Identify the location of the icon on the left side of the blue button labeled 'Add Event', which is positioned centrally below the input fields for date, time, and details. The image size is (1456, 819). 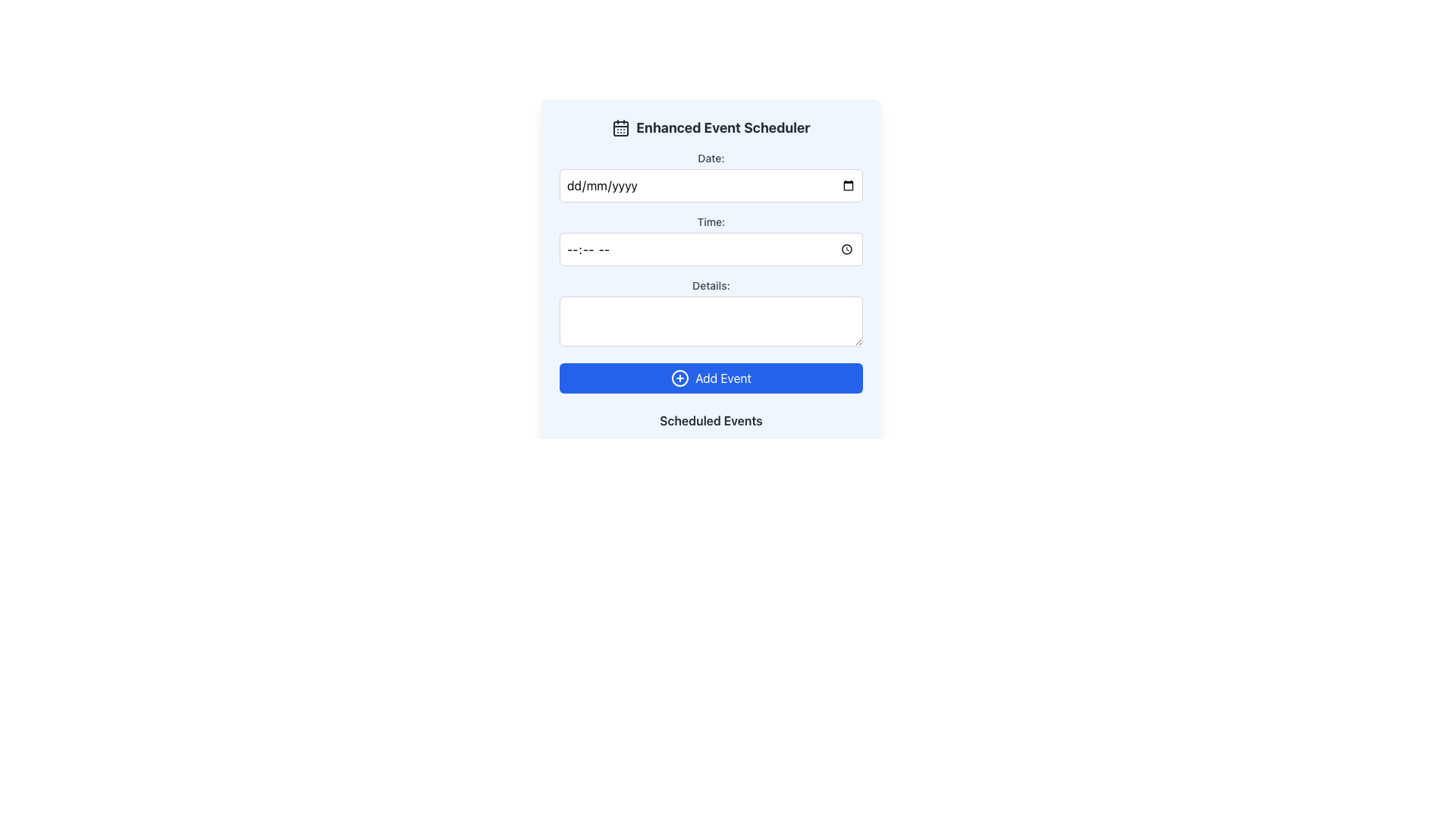
(679, 377).